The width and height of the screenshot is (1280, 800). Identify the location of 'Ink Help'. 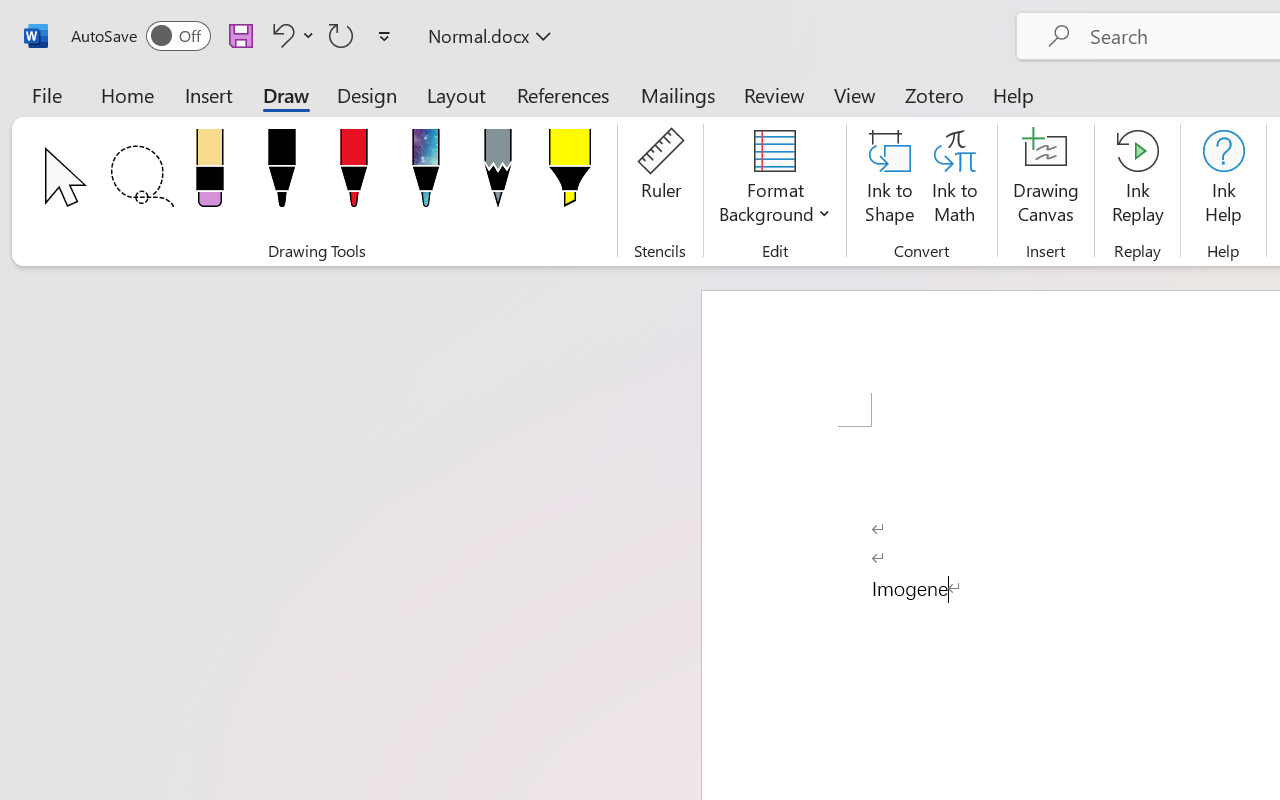
(1222, 179).